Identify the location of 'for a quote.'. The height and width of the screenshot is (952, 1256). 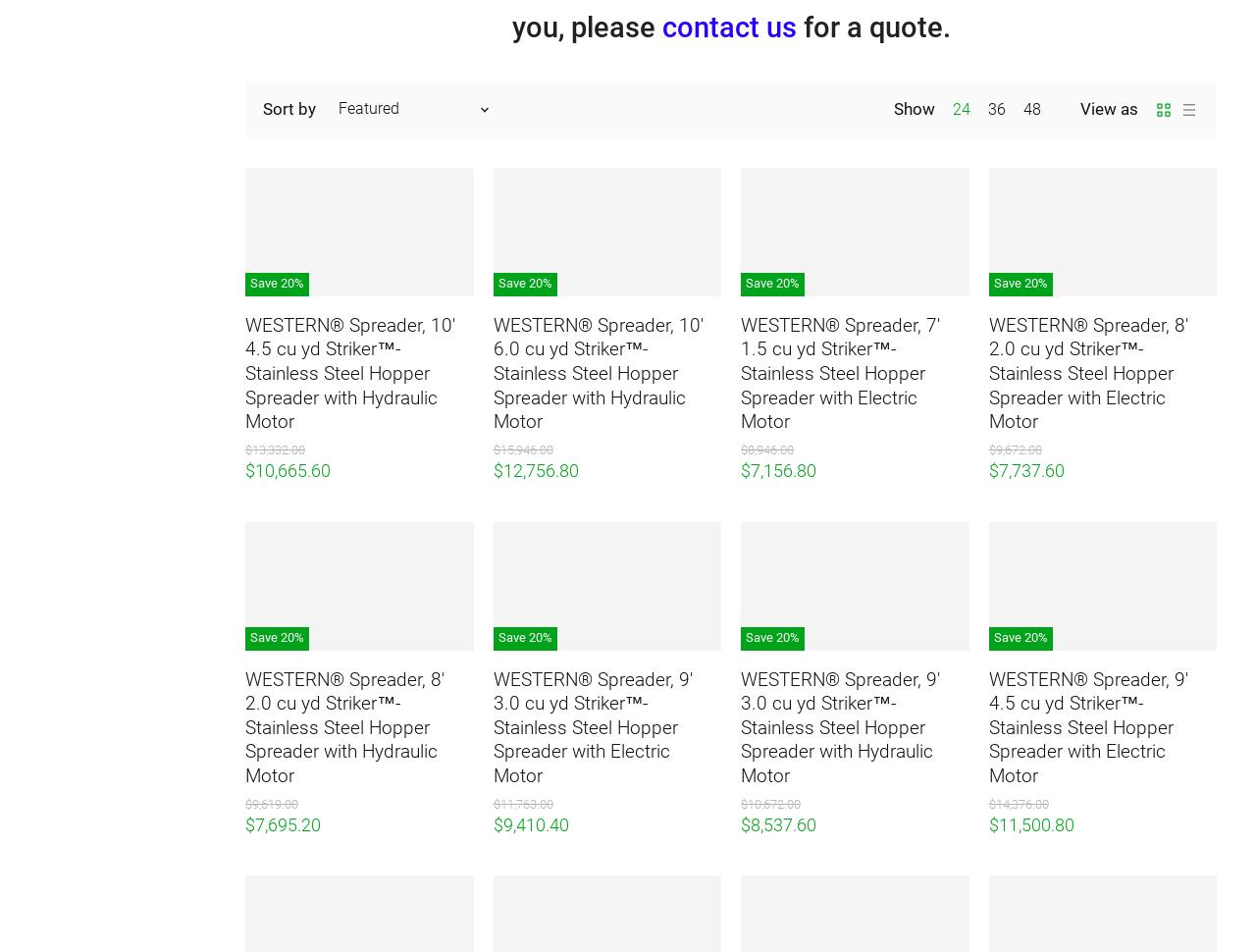
(871, 26).